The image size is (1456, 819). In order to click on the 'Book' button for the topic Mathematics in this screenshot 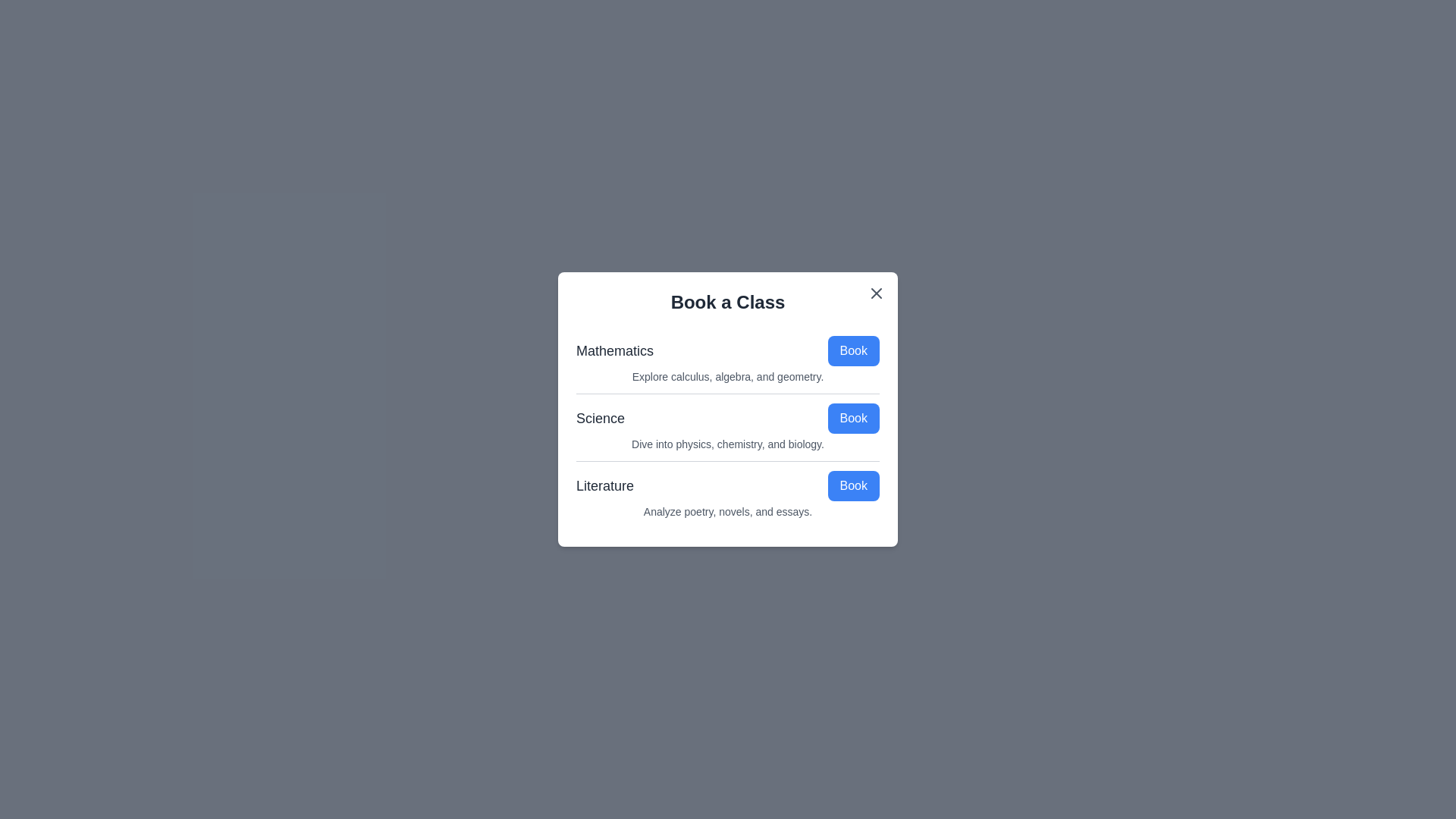, I will do `click(853, 350)`.